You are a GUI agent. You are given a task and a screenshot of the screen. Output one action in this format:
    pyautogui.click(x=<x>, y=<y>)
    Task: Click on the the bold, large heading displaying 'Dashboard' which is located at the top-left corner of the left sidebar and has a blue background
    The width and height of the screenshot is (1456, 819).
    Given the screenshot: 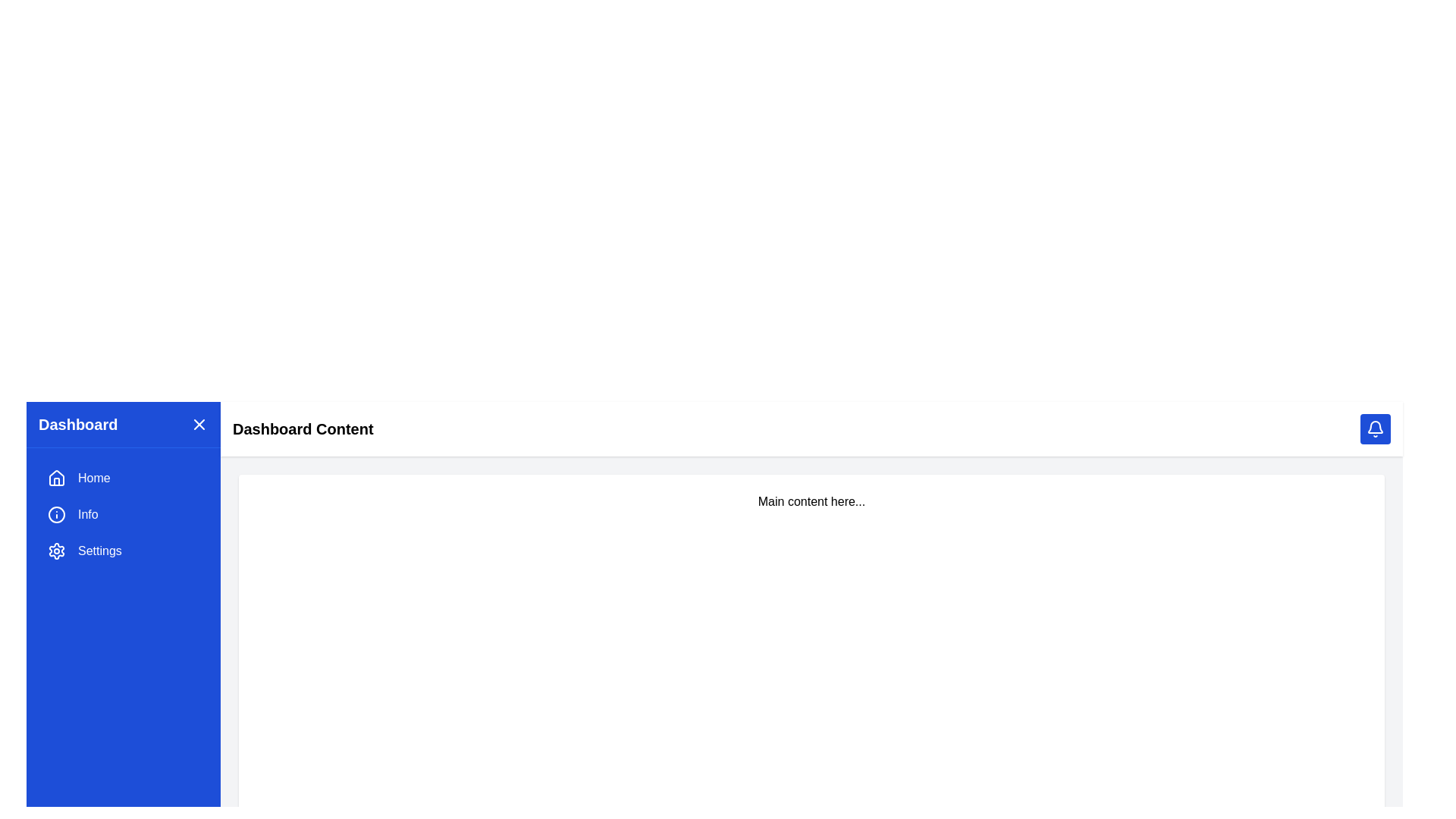 What is the action you would take?
    pyautogui.click(x=77, y=424)
    